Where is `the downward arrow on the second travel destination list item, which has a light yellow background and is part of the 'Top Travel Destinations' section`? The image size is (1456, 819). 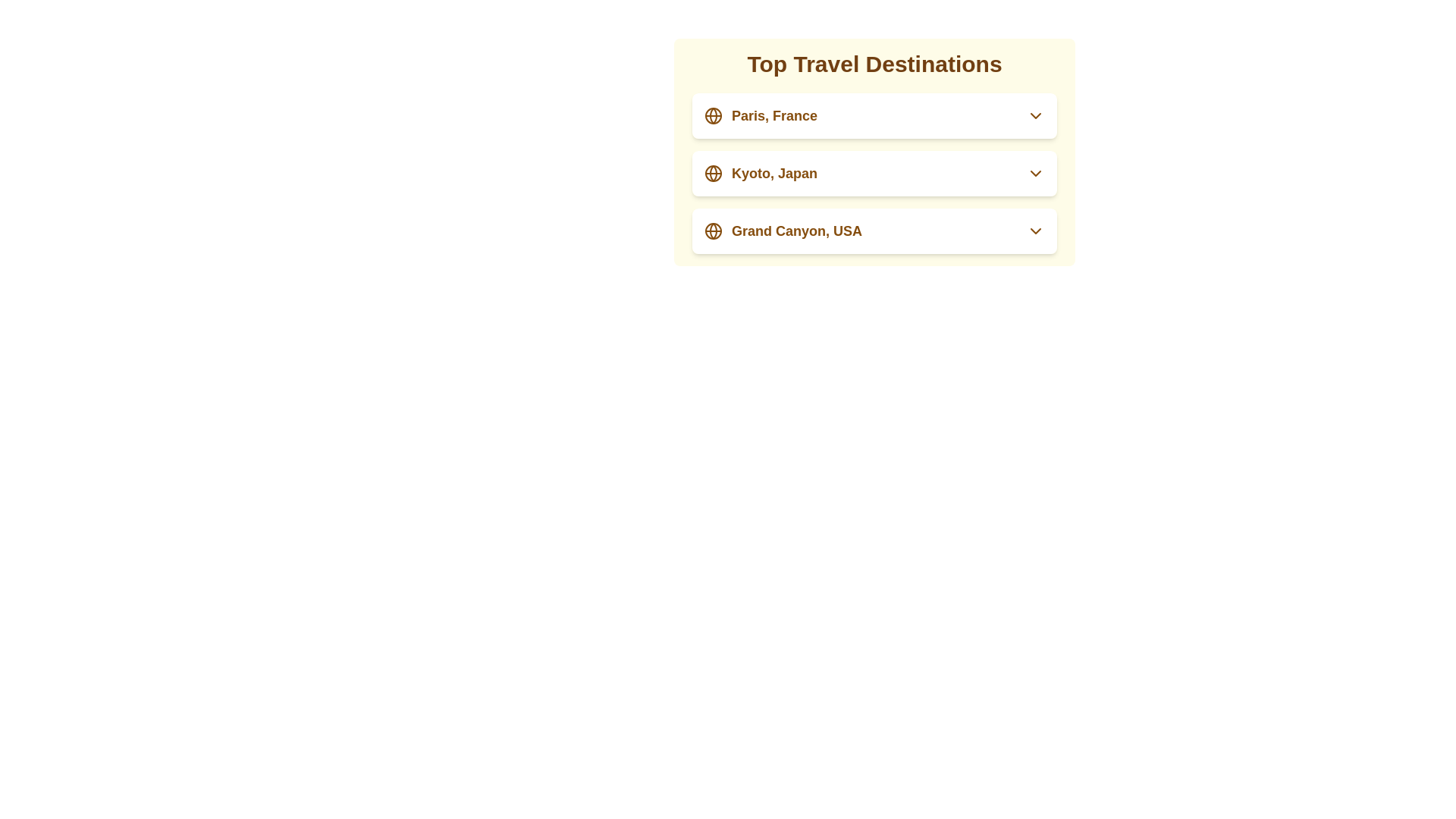
the downward arrow on the second travel destination list item, which has a light yellow background and is part of the 'Top Travel Destinations' section is located at coordinates (874, 172).